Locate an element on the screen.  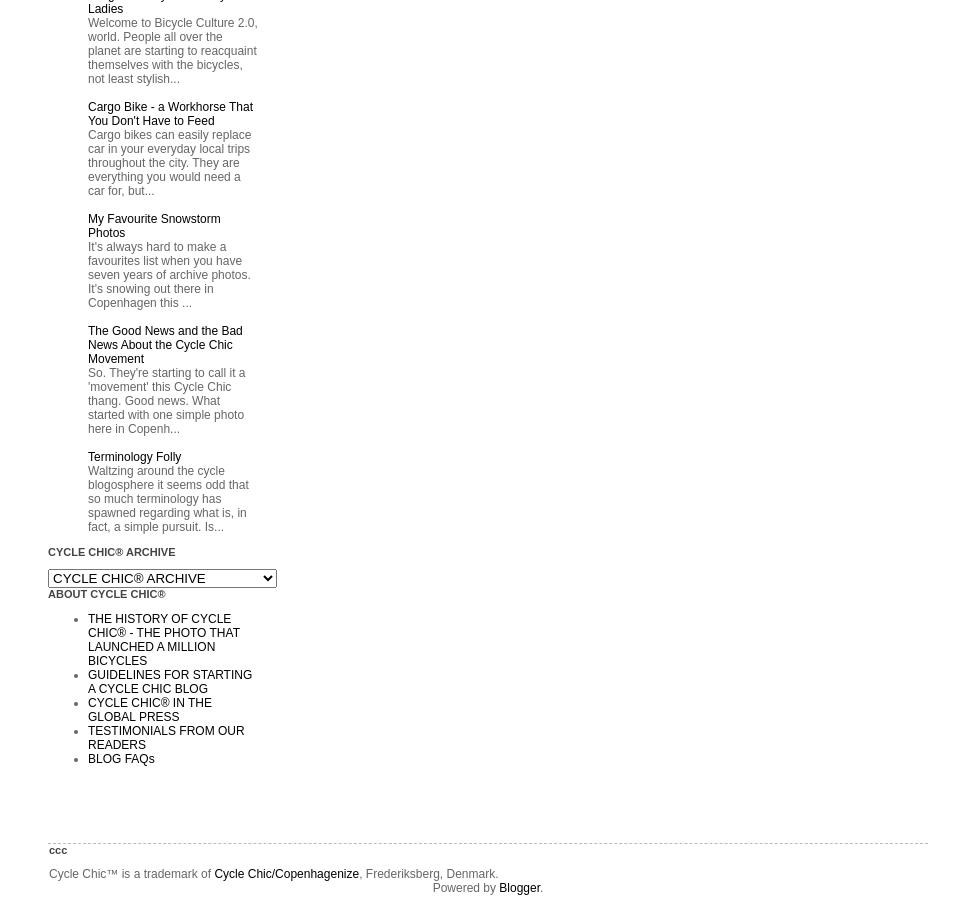
'BLOG FAQs' is located at coordinates (121, 758).